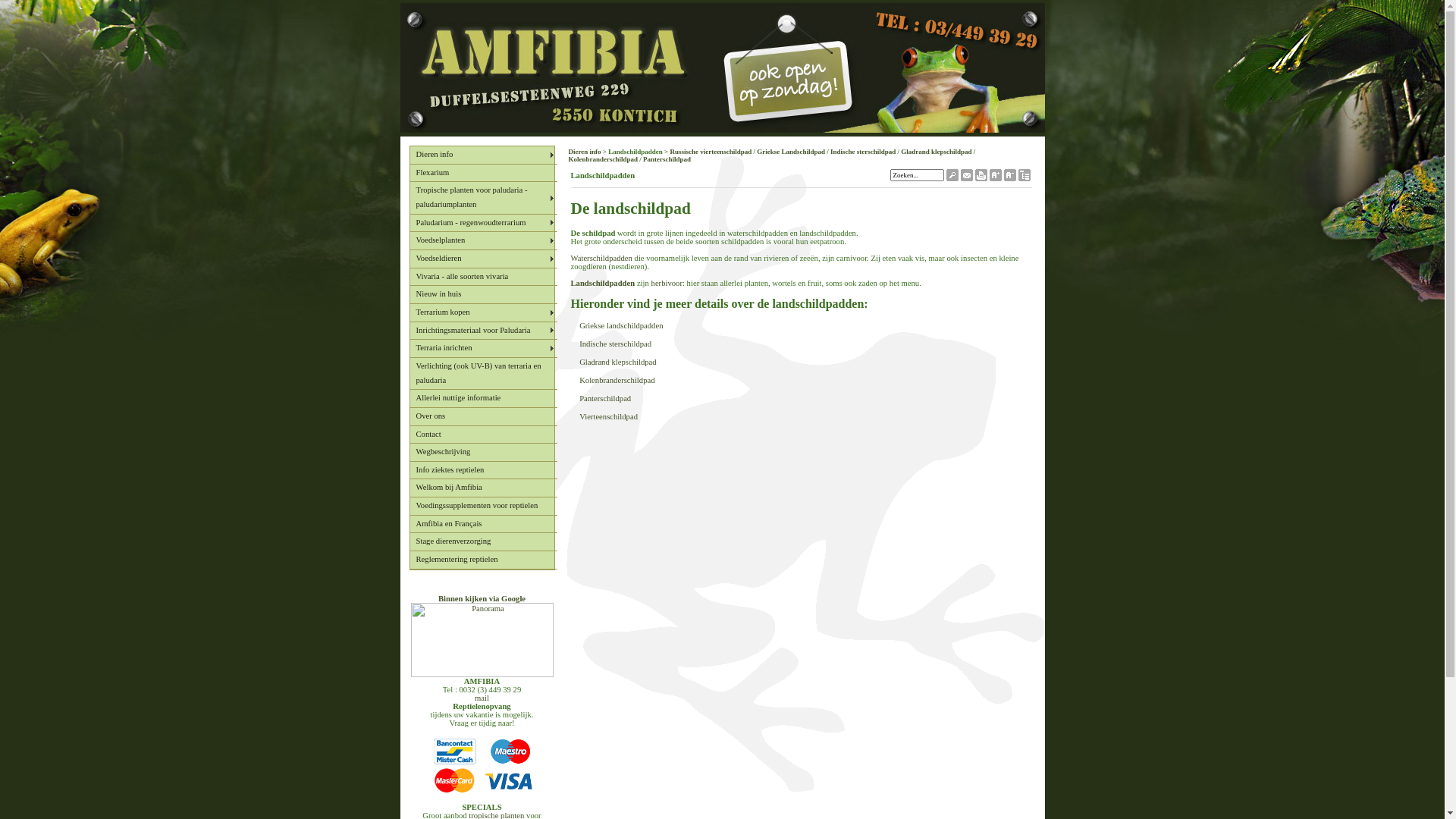  What do you see at coordinates (409, 312) in the screenshot?
I see `'Terrarium kopen'` at bounding box center [409, 312].